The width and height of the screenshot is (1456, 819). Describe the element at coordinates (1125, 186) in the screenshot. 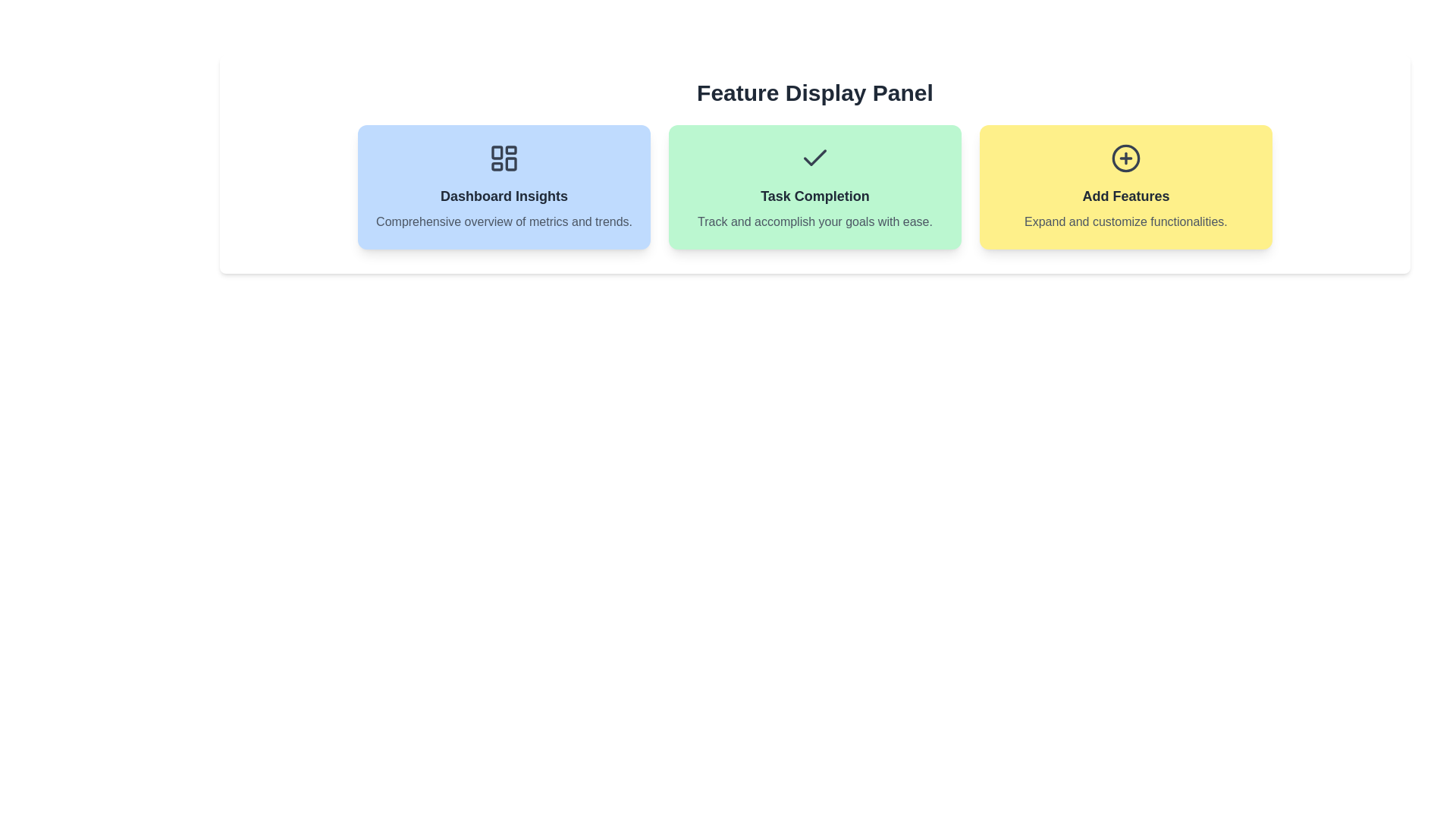

I see `the Informational card, which is the third card in a row of three, positioned on the far right side, likely serving as a promotional or informational item` at that location.